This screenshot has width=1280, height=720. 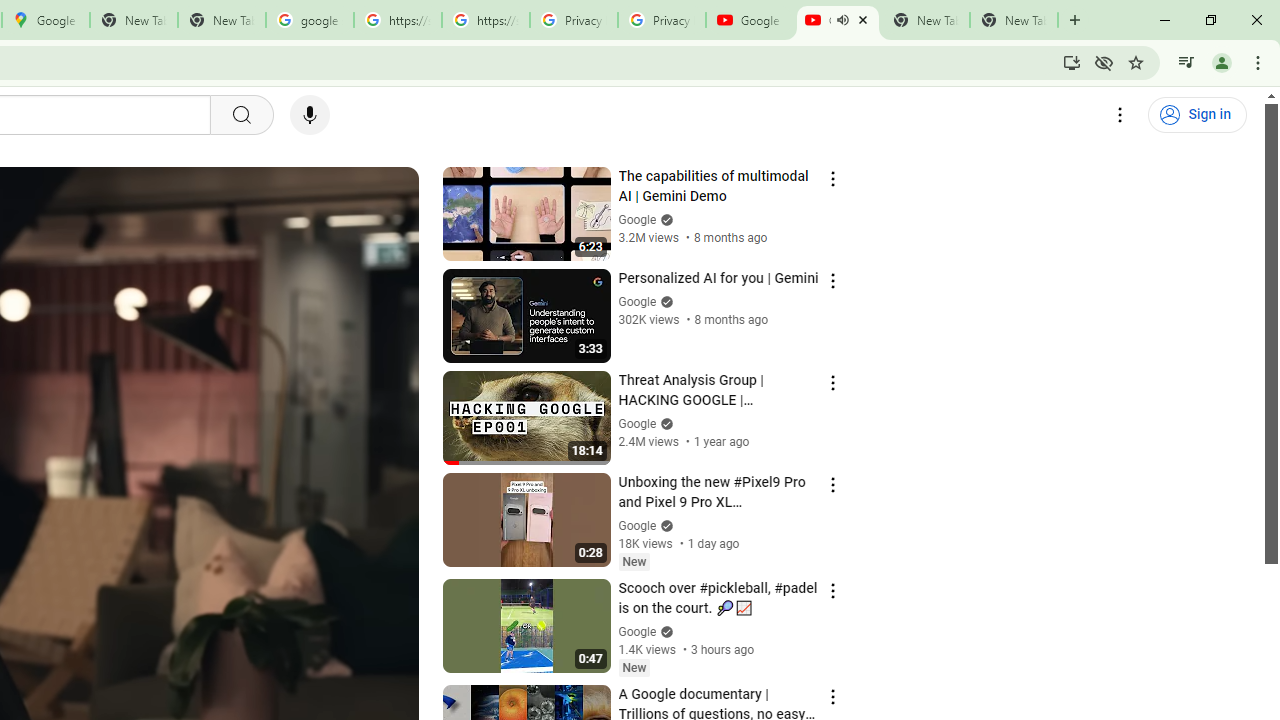 What do you see at coordinates (485, 20) in the screenshot?
I see `'https://scholar.google.com/'` at bounding box center [485, 20].